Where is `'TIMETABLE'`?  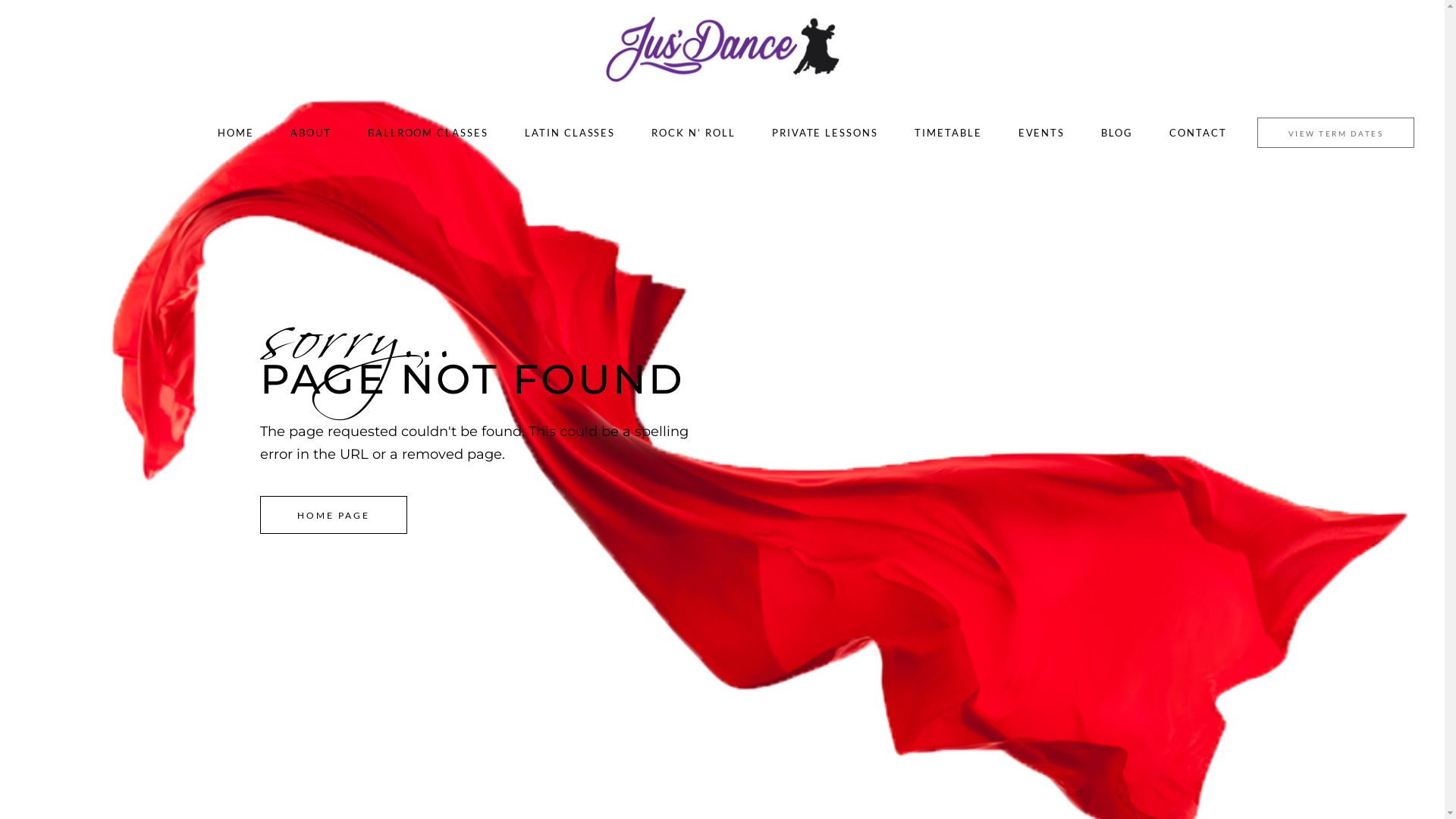
'TIMETABLE' is located at coordinates (947, 131).